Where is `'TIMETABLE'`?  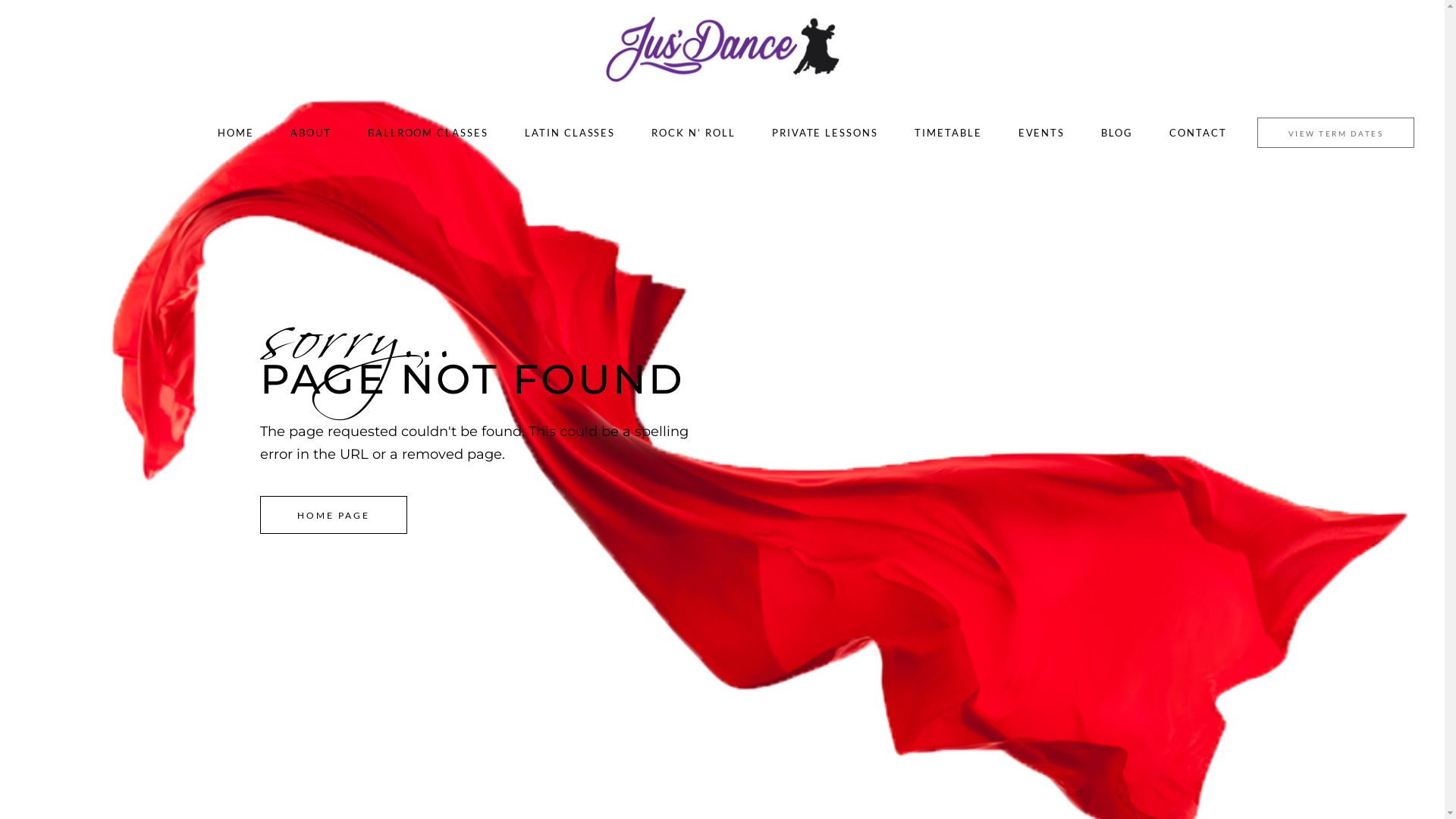
'TIMETABLE' is located at coordinates (947, 131).